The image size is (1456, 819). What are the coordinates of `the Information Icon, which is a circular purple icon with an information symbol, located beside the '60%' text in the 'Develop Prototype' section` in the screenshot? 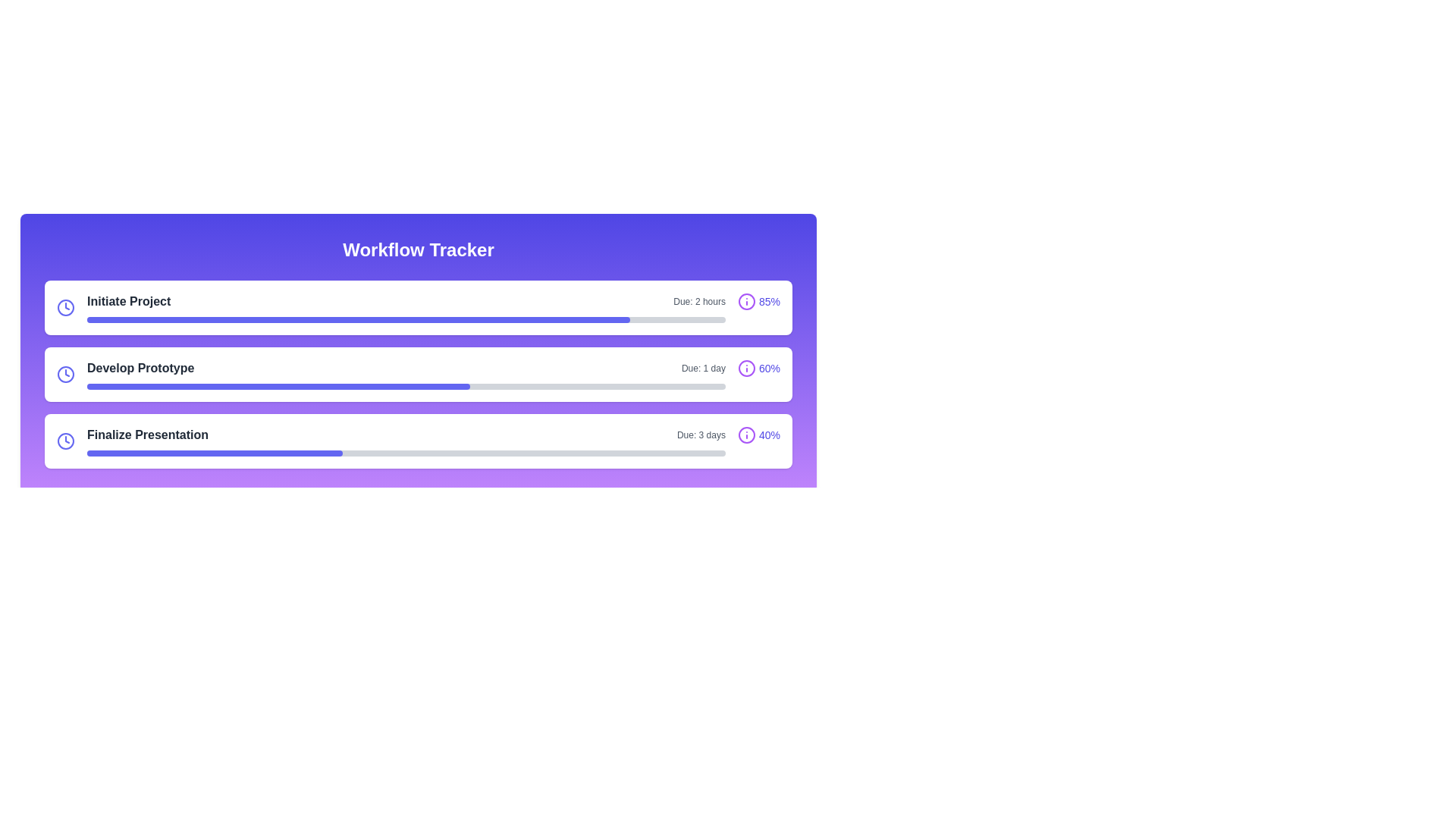 It's located at (746, 369).